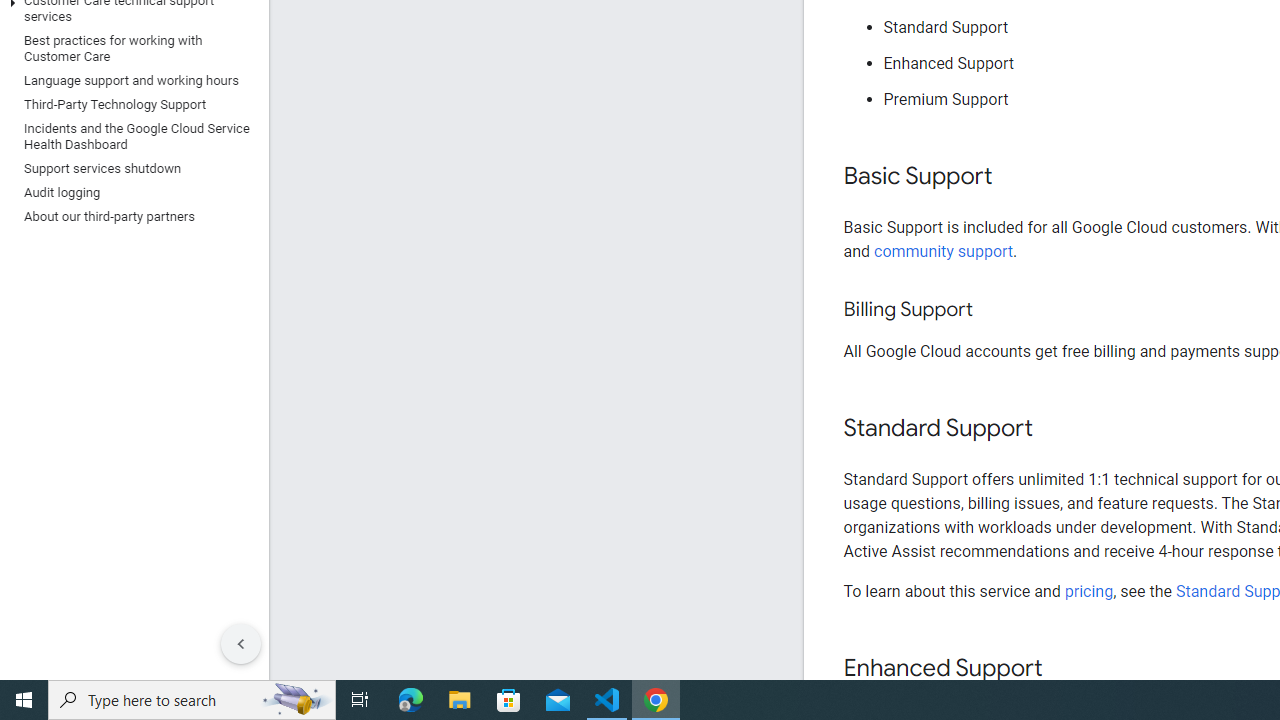  What do you see at coordinates (943, 250) in the screenshot?
I see `'community support'` at bounding box center [943, 250].